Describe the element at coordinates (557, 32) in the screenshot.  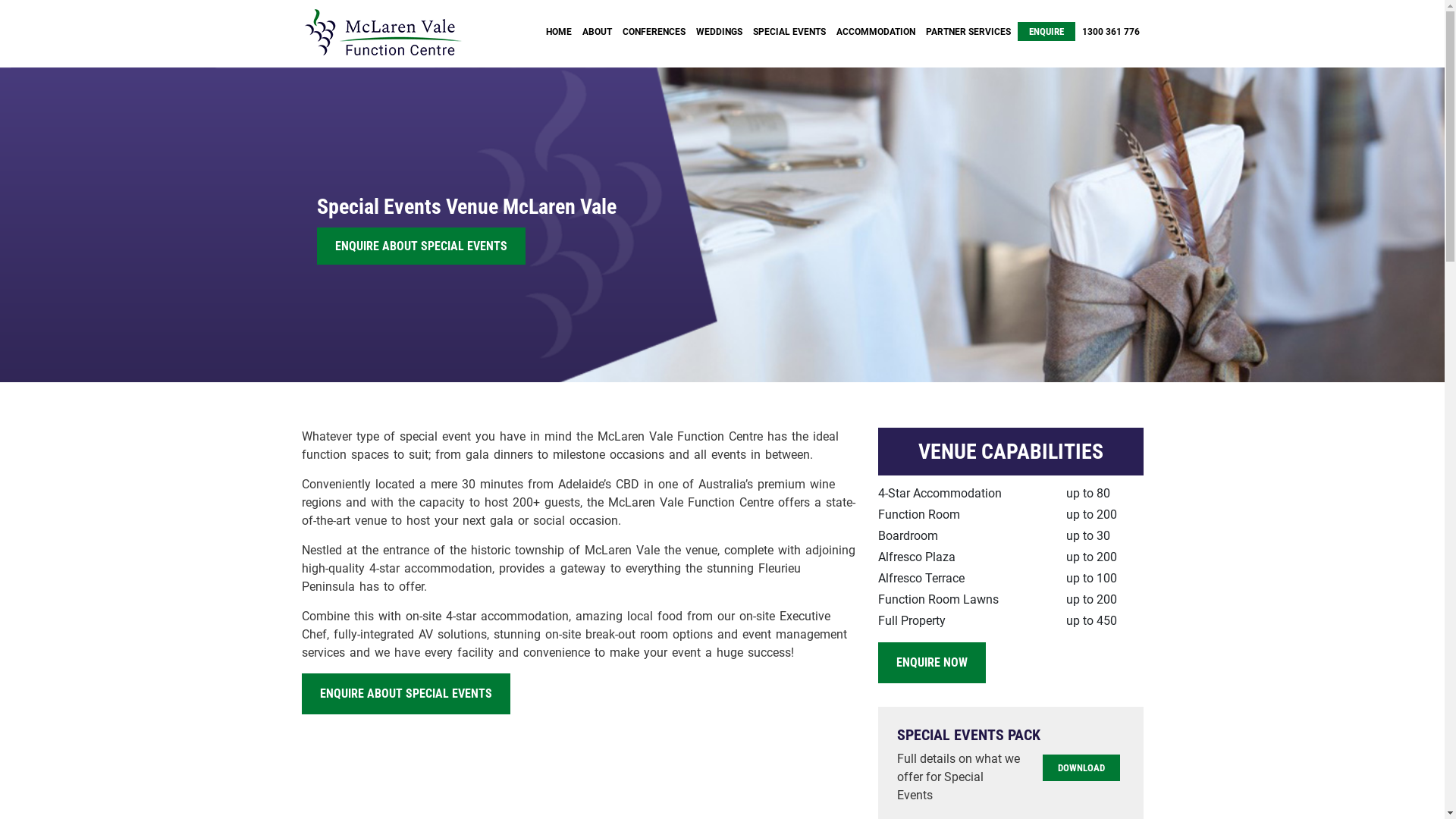
I see `'HOME'` at that location.